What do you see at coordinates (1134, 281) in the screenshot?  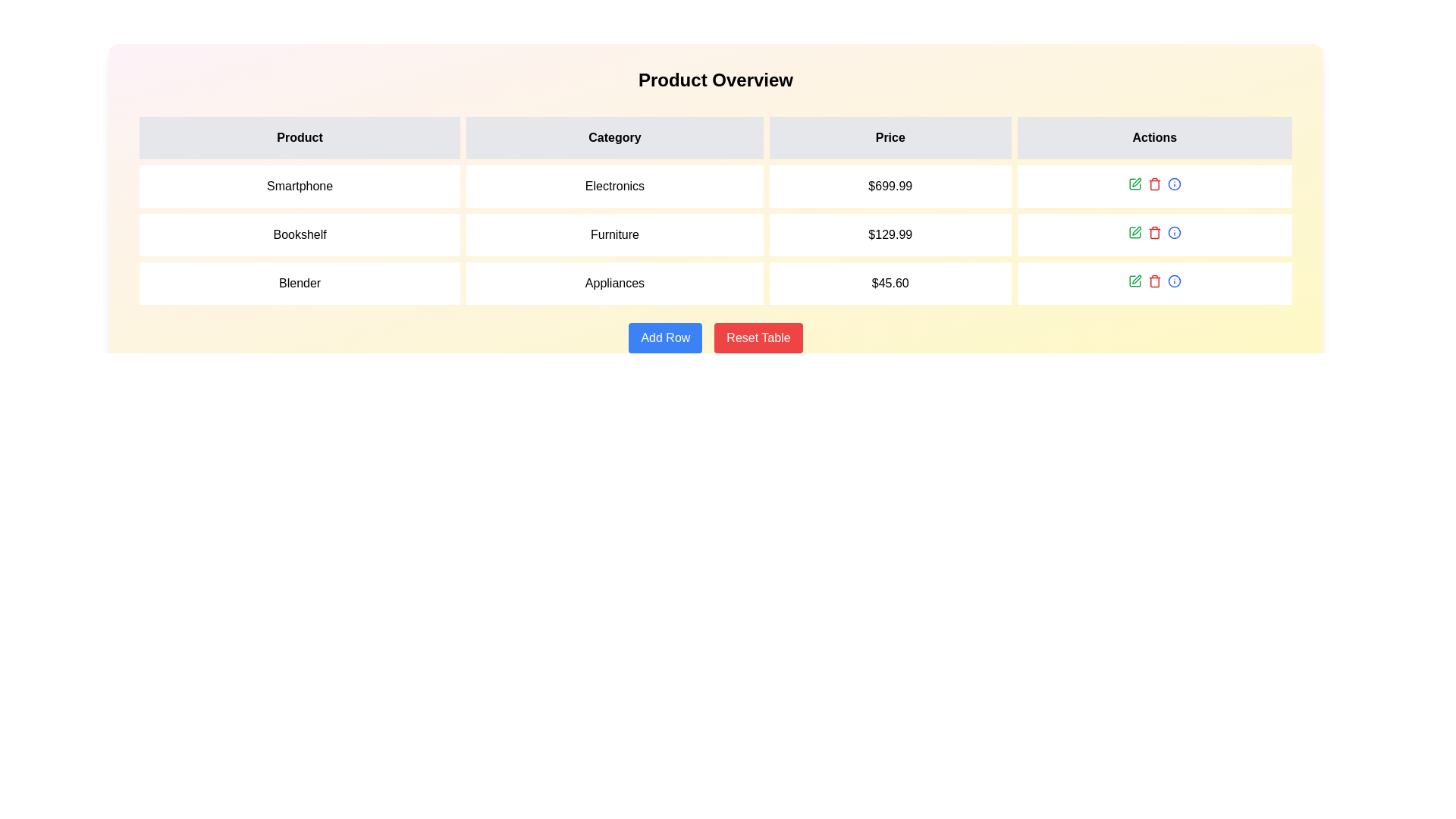 I see `the green pen edit icon located in the 'Actions' column of the last row for 'Blender'` at bounding box center [1134, 281].